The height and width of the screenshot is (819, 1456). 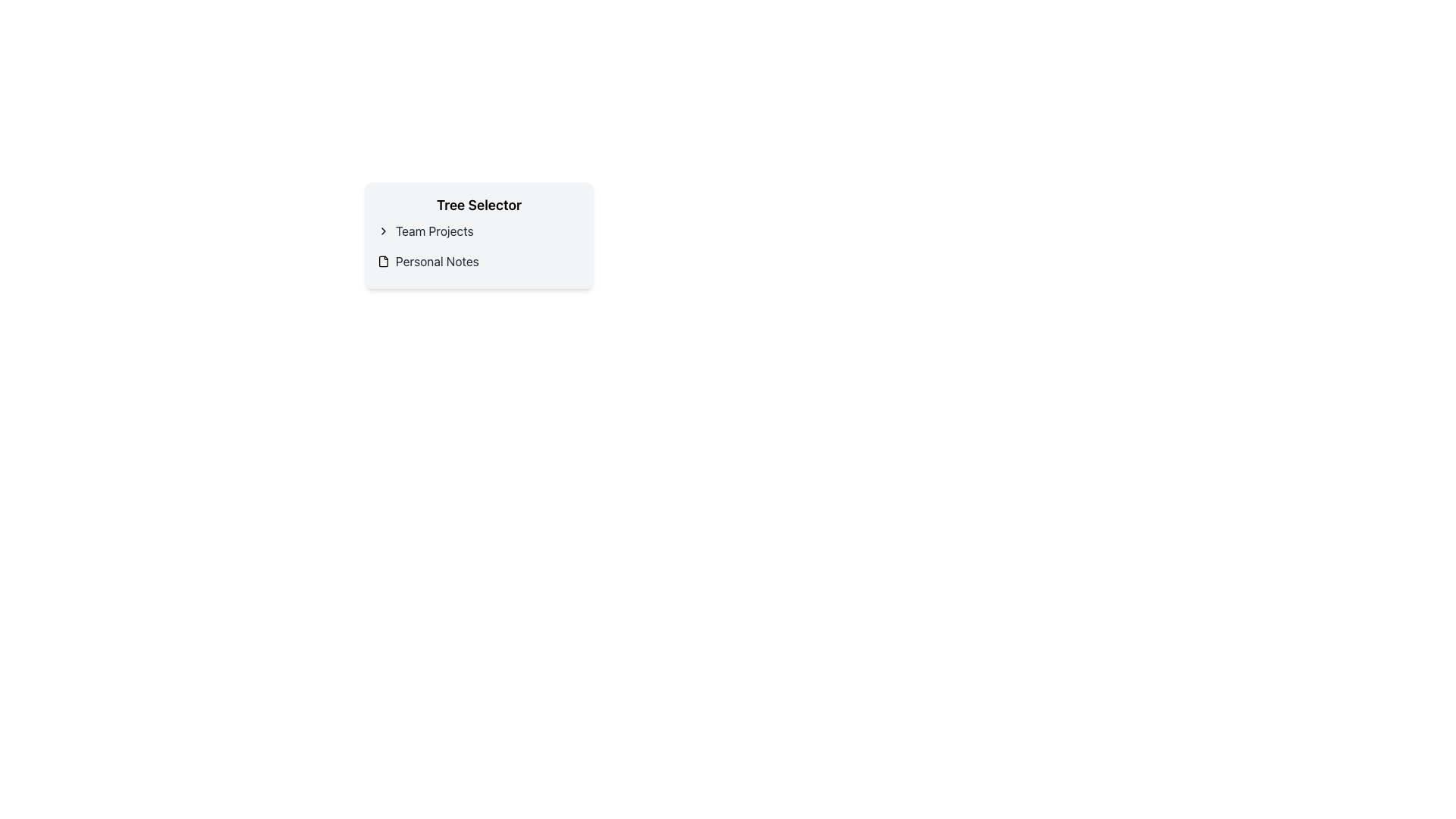 I want to click on the file icon located next to the 'Personal Notes' text, which has a rectangular base and a curved corner, indicating a document or file, so click(x=383, y=260).